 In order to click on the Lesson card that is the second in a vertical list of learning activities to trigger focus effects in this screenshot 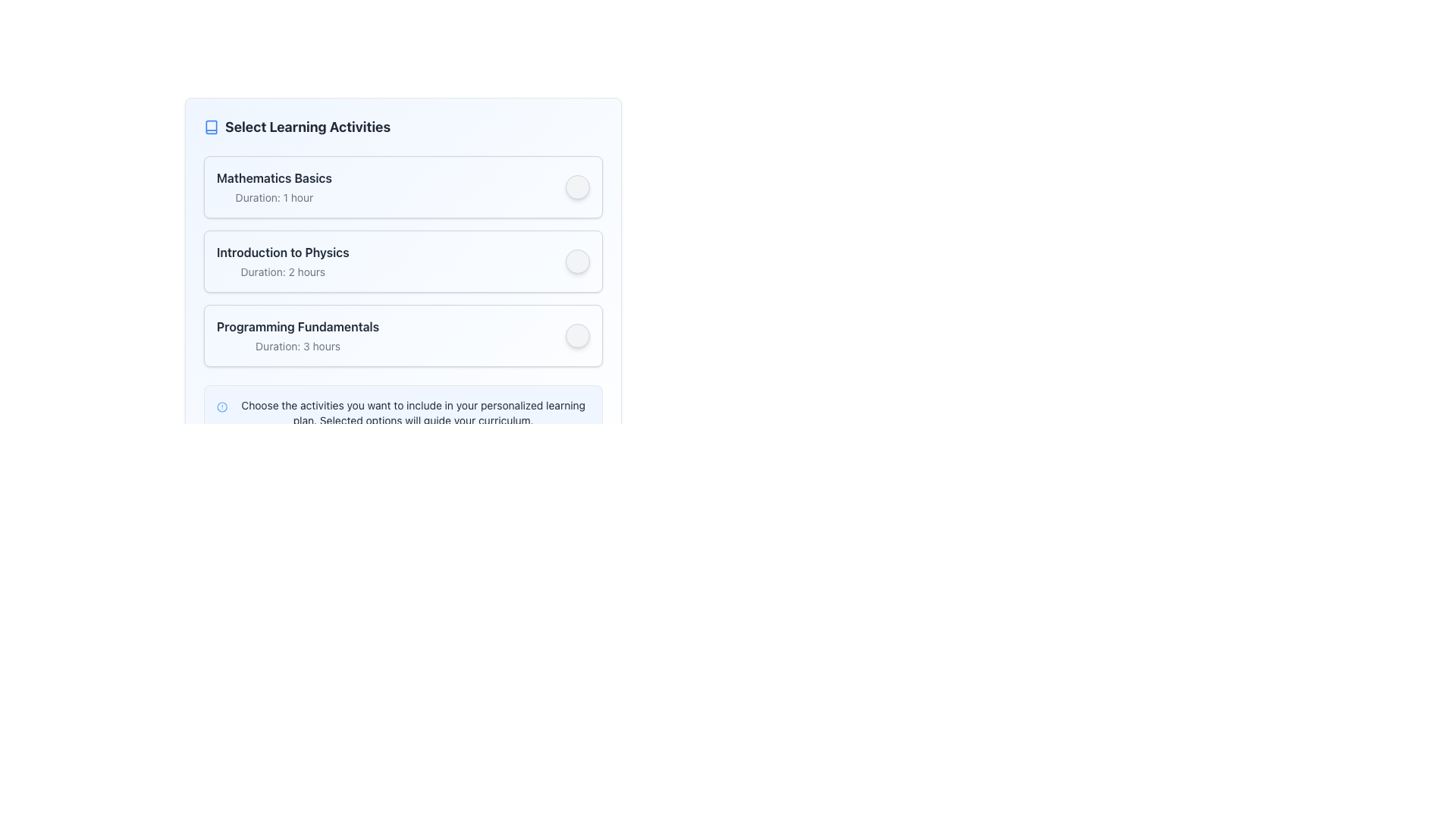, I will do `click(403, 260)`.